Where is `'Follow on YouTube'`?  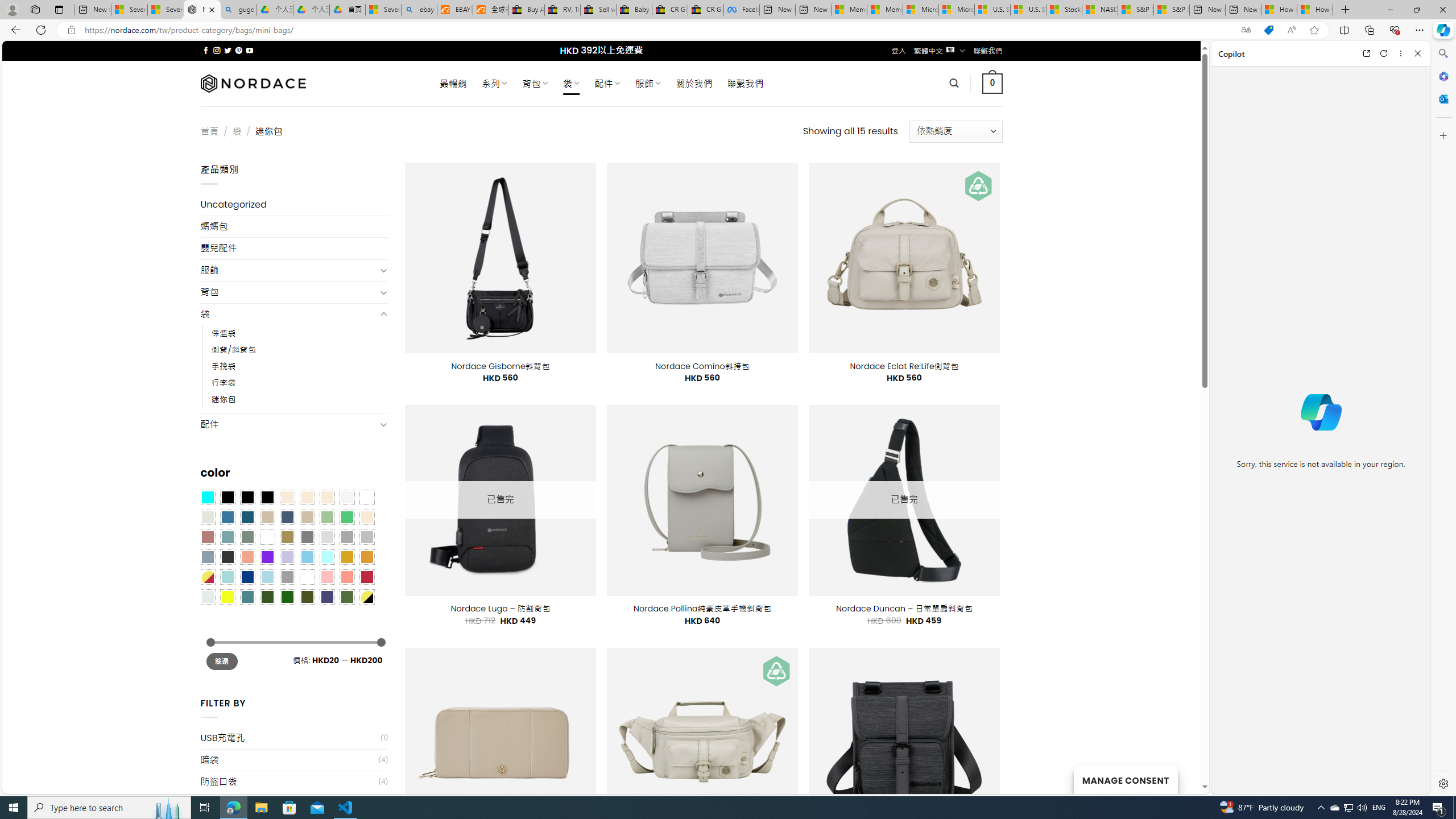 'Follow on YouTube' is located at coordinates (250, 50).